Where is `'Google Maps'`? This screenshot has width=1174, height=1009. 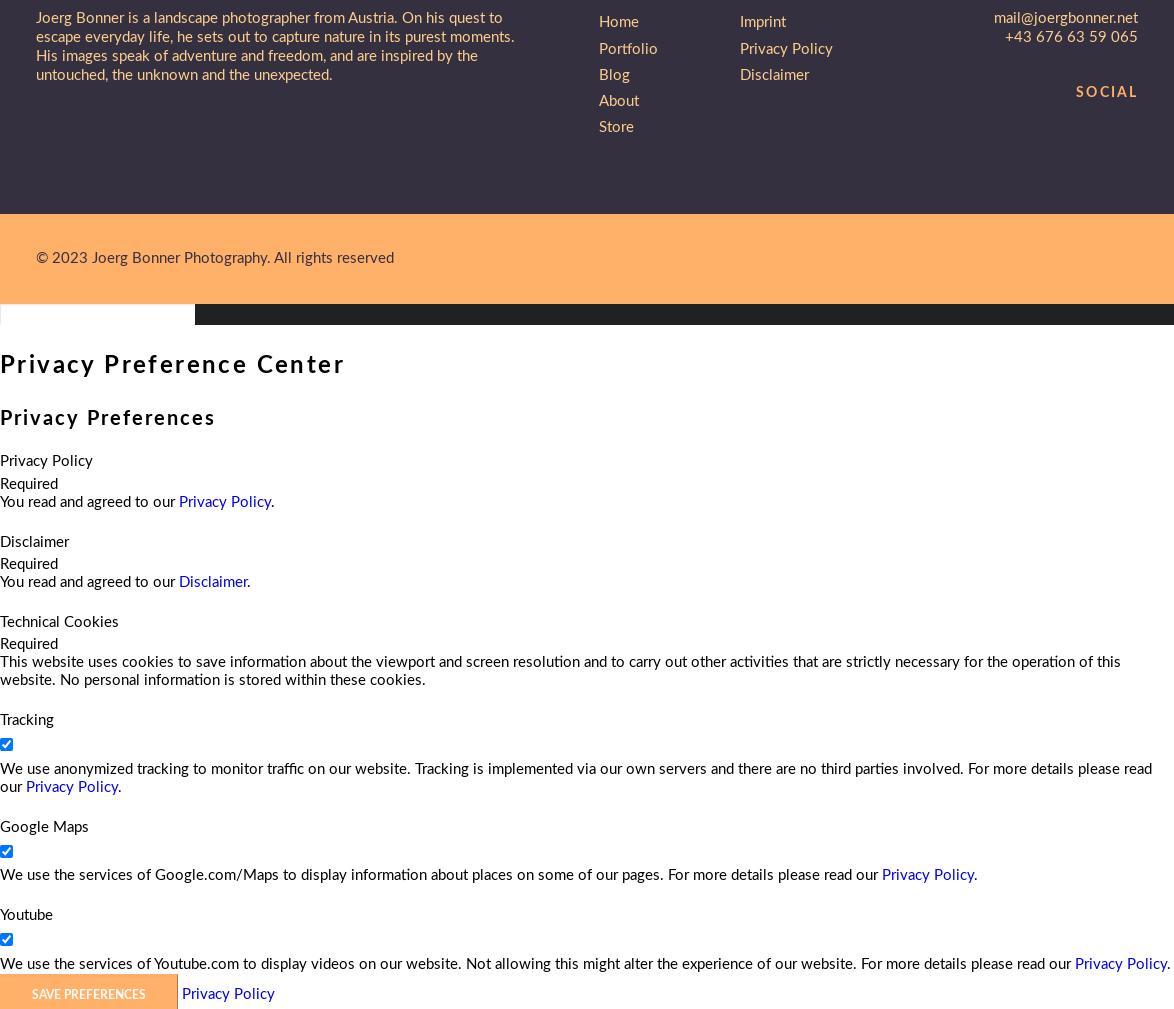 'Google Maps' is located at coordinates (44, 826).